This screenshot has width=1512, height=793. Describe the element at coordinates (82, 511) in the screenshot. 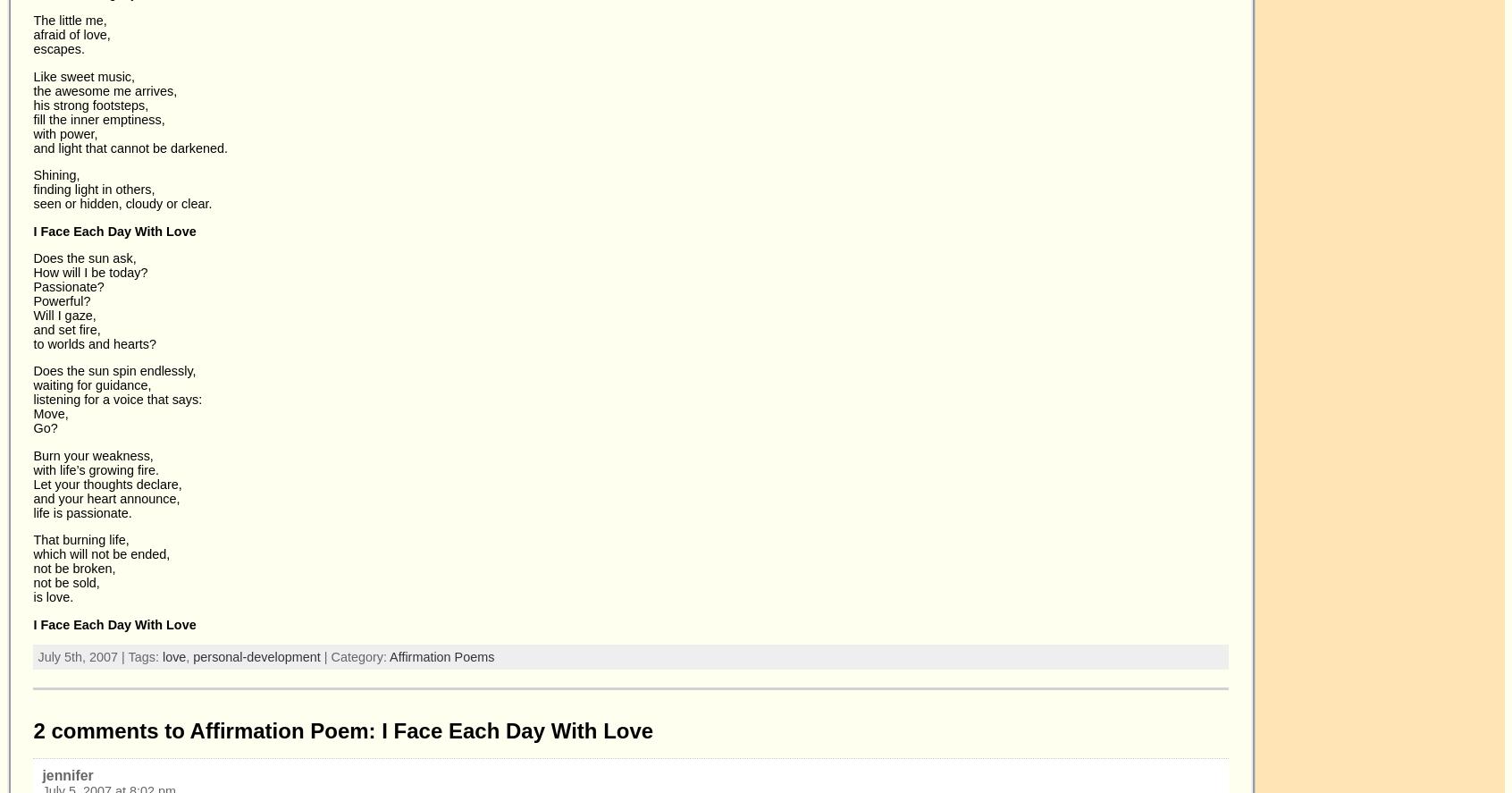

I see `'life is passionate.'` at that location.